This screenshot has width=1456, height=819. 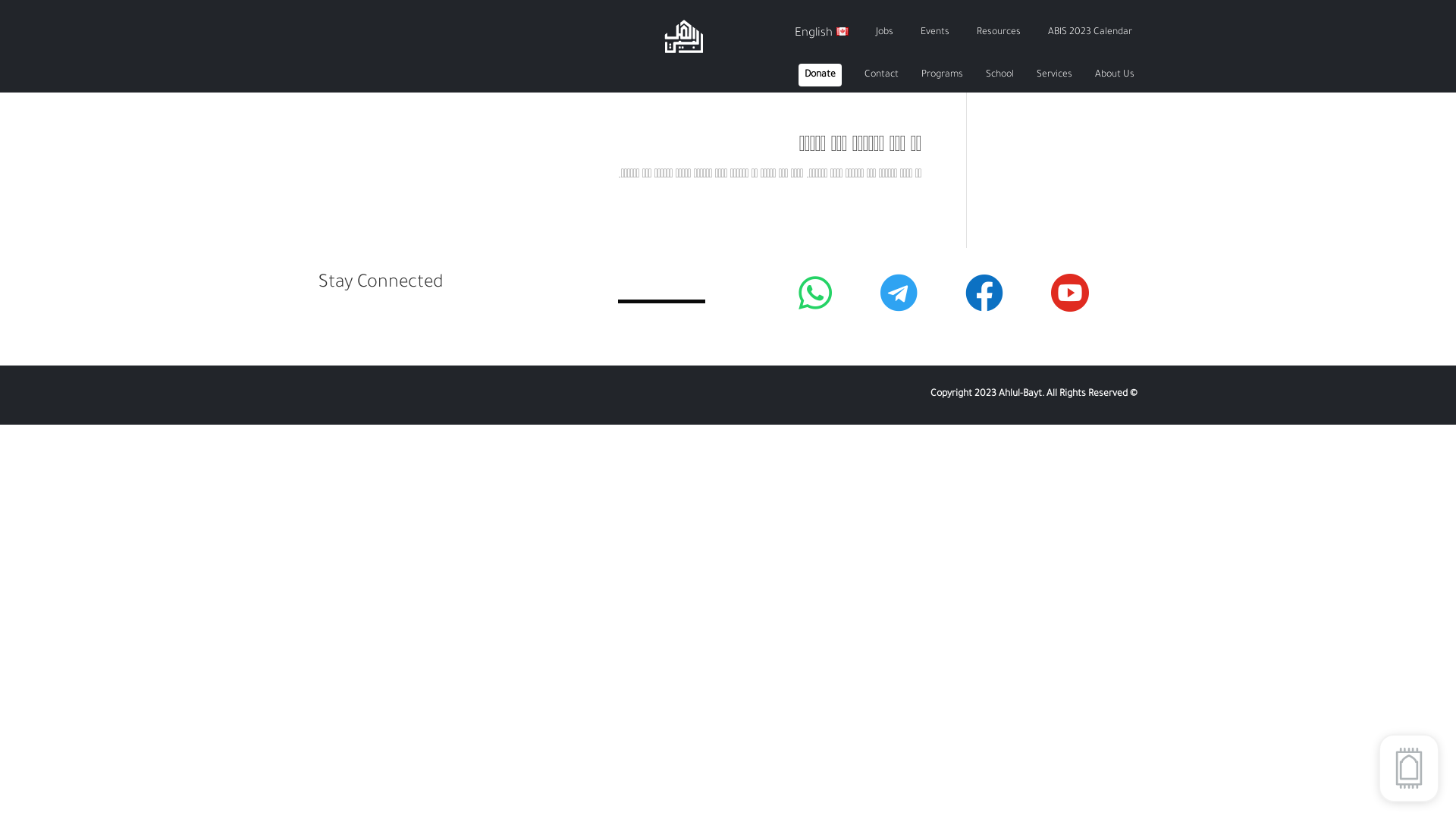 I want to click on 'Events', so click(x=934, y=33).